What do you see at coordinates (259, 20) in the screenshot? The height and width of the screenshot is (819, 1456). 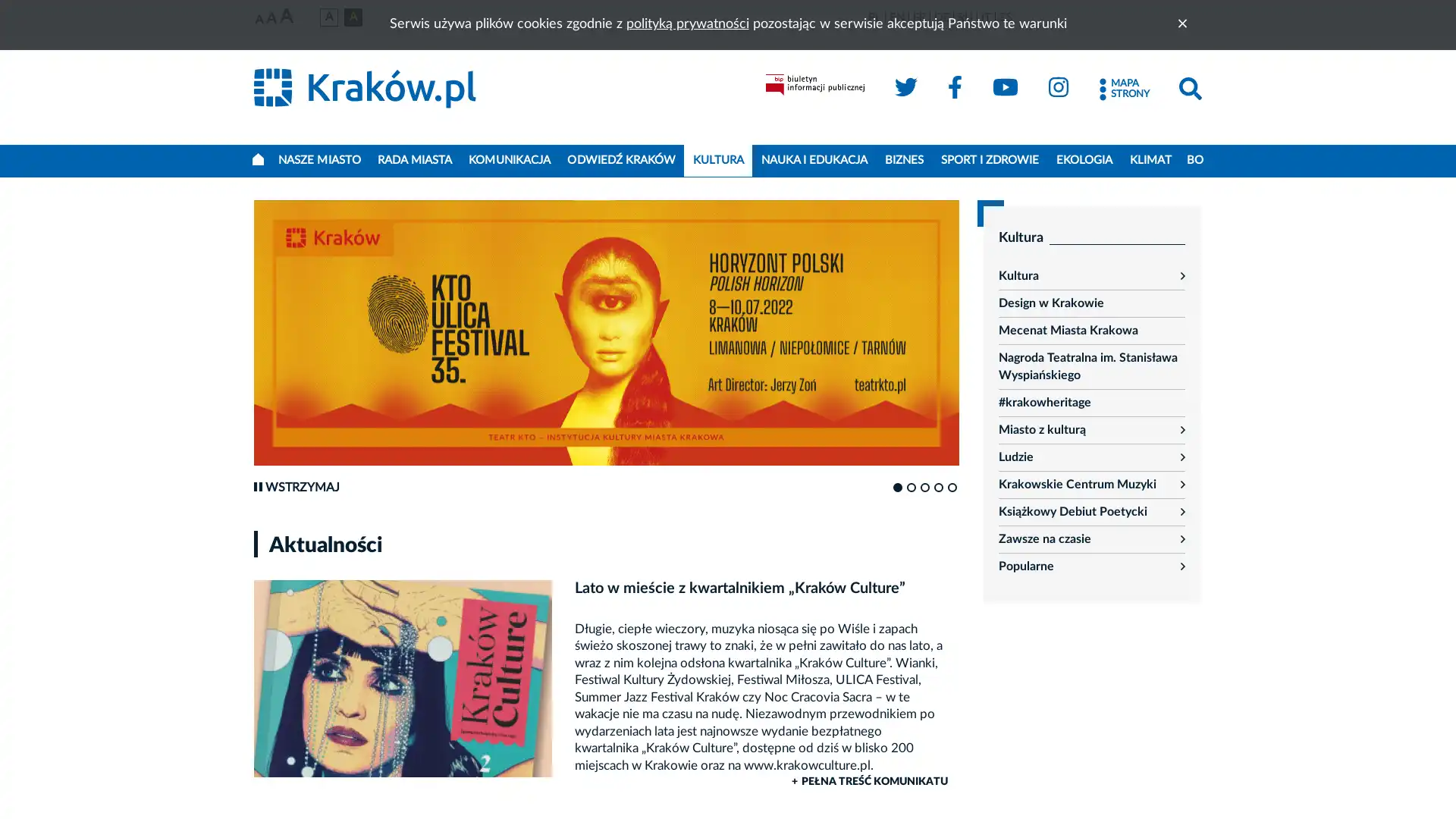 I see `Najmniejsza czcionka` at bounding box center [259, 20].